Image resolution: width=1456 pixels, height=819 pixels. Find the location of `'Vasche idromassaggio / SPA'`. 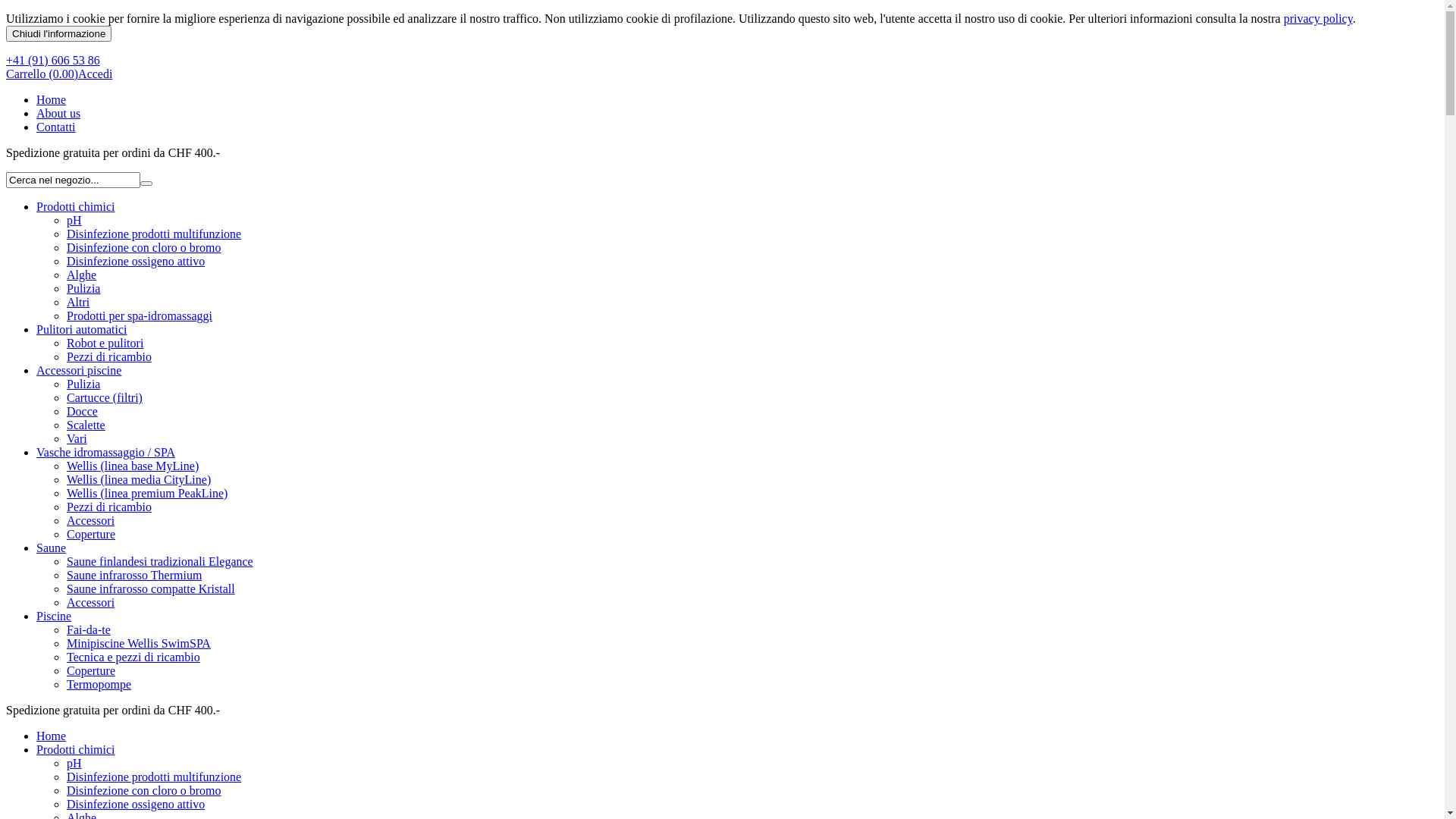

'Vasche idromassaggio / SPA' is located at coordinates (105, 451).